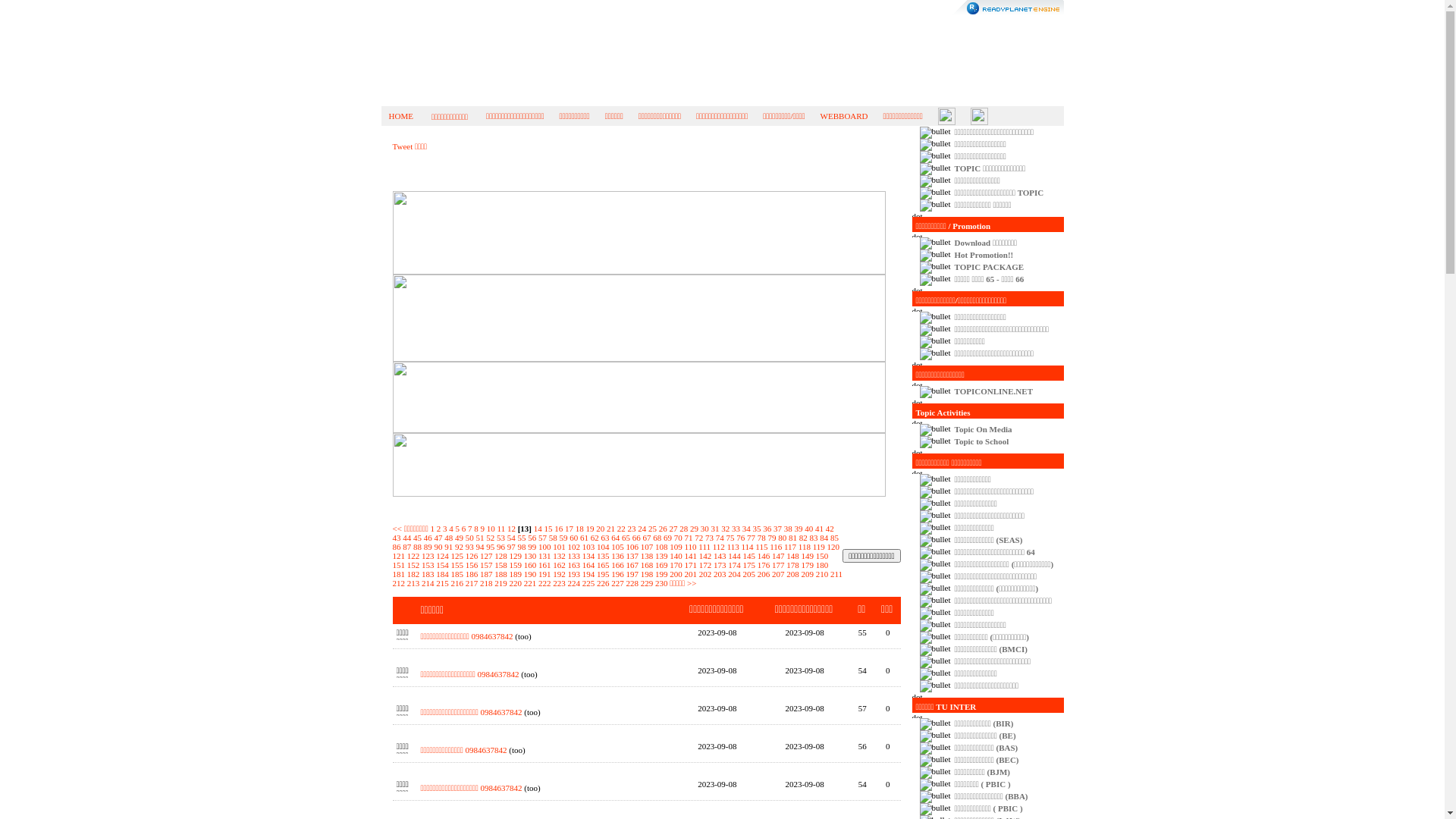  I want to click on '17', so click(568, 528).